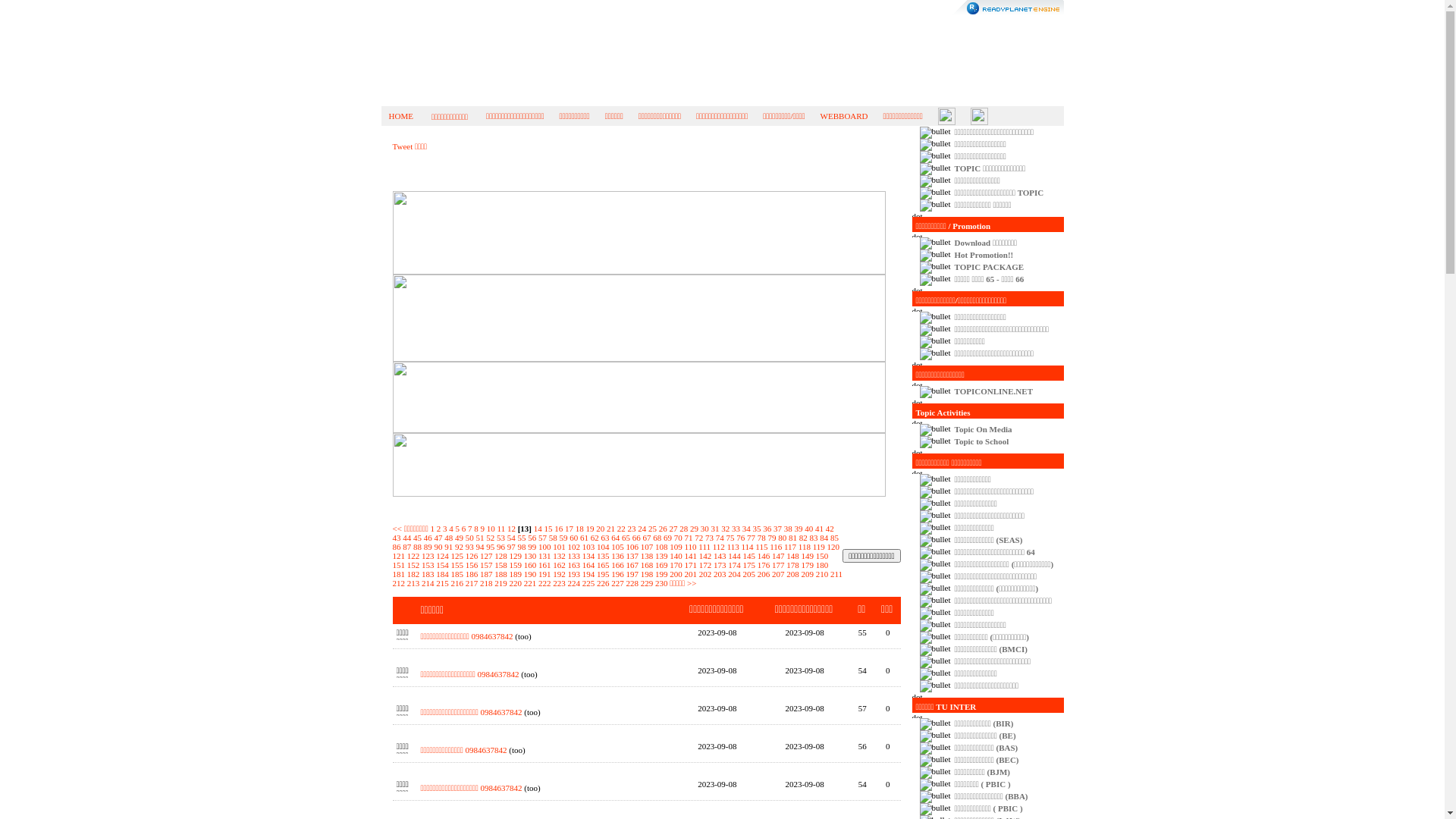  I want to click on '17', so click(568, 528).